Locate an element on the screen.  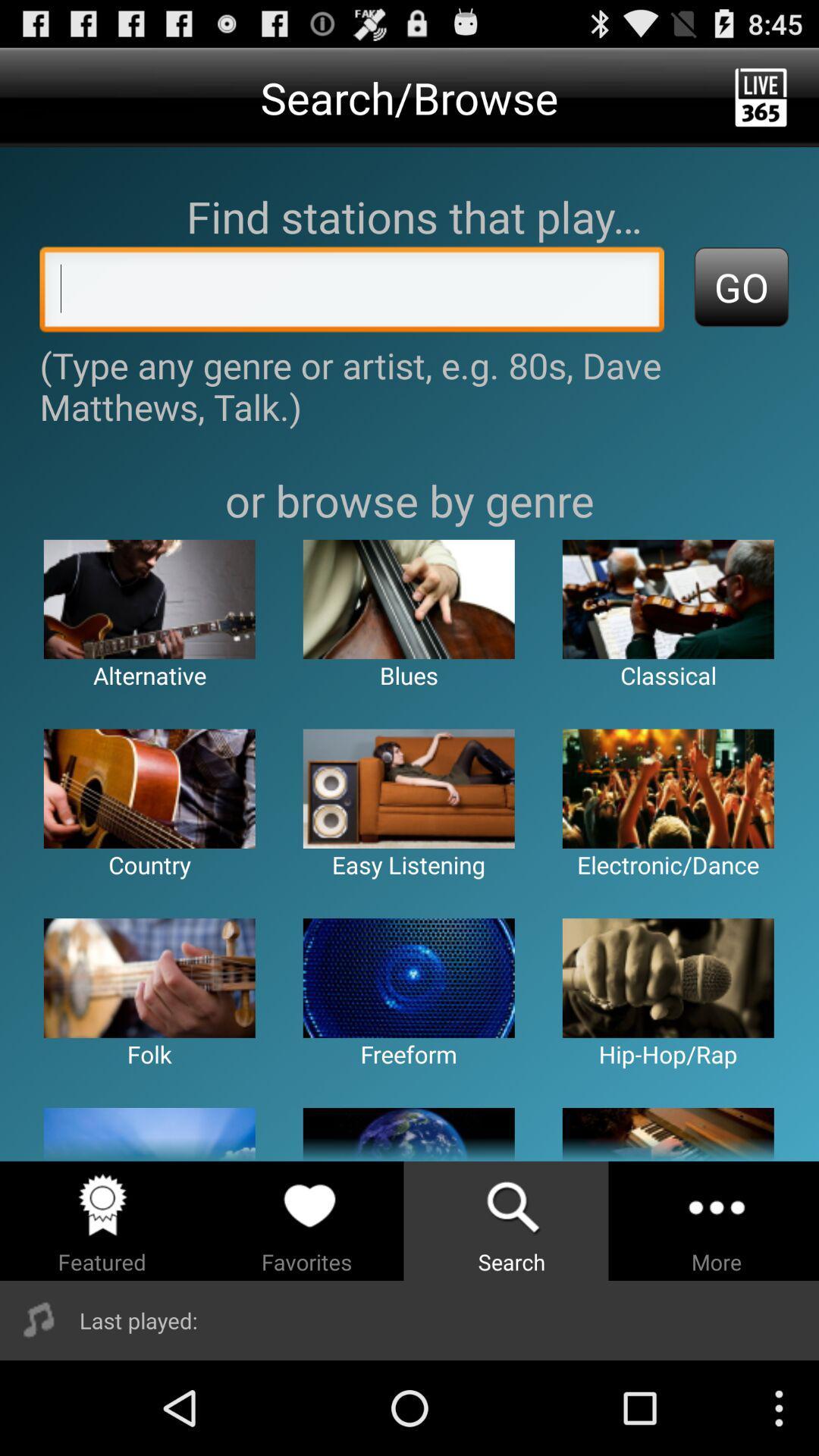
go is located at coordinates (741, 287).